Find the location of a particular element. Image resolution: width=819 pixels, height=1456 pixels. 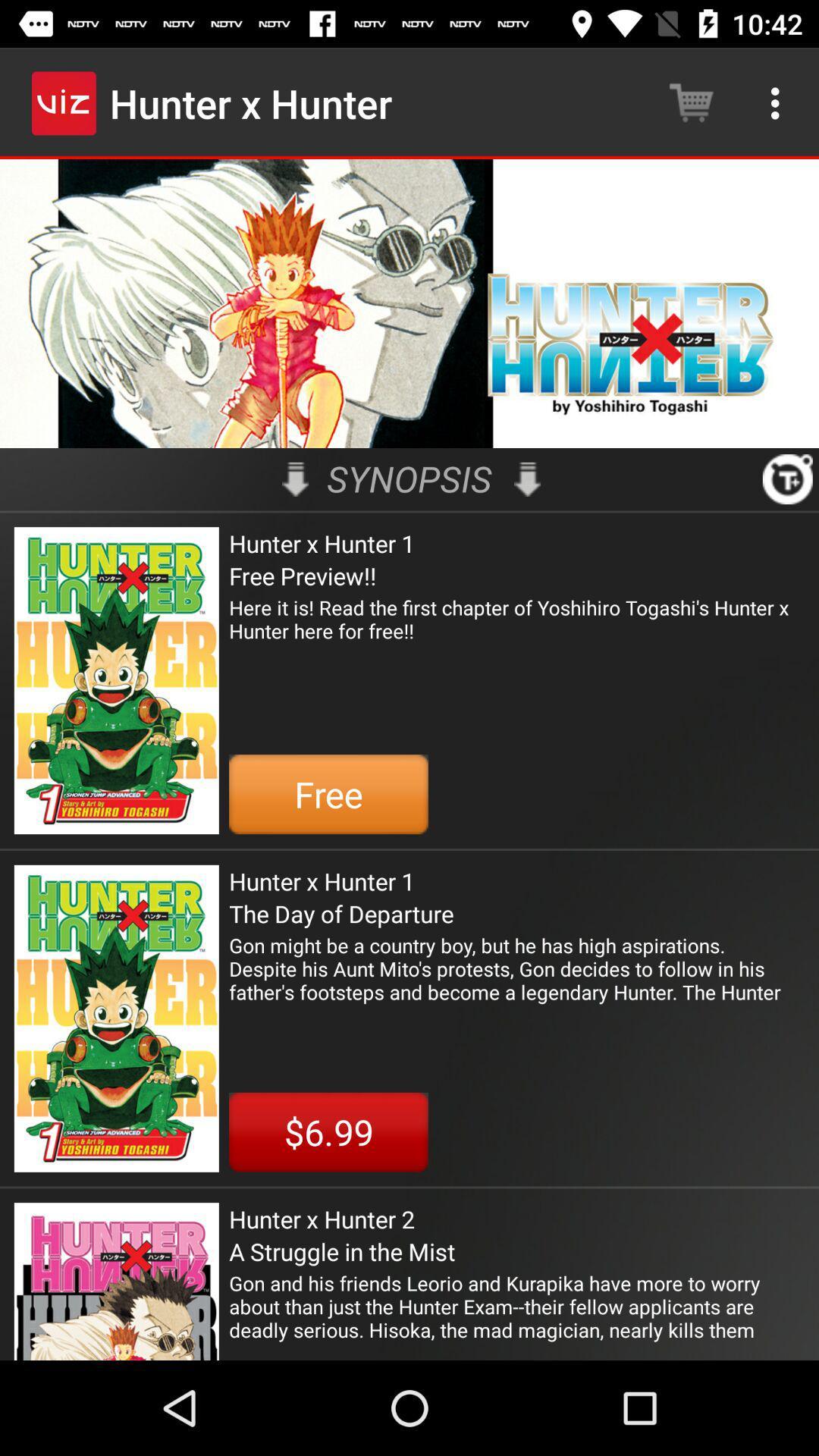

gon might be item is located at coordinates (516, 968).